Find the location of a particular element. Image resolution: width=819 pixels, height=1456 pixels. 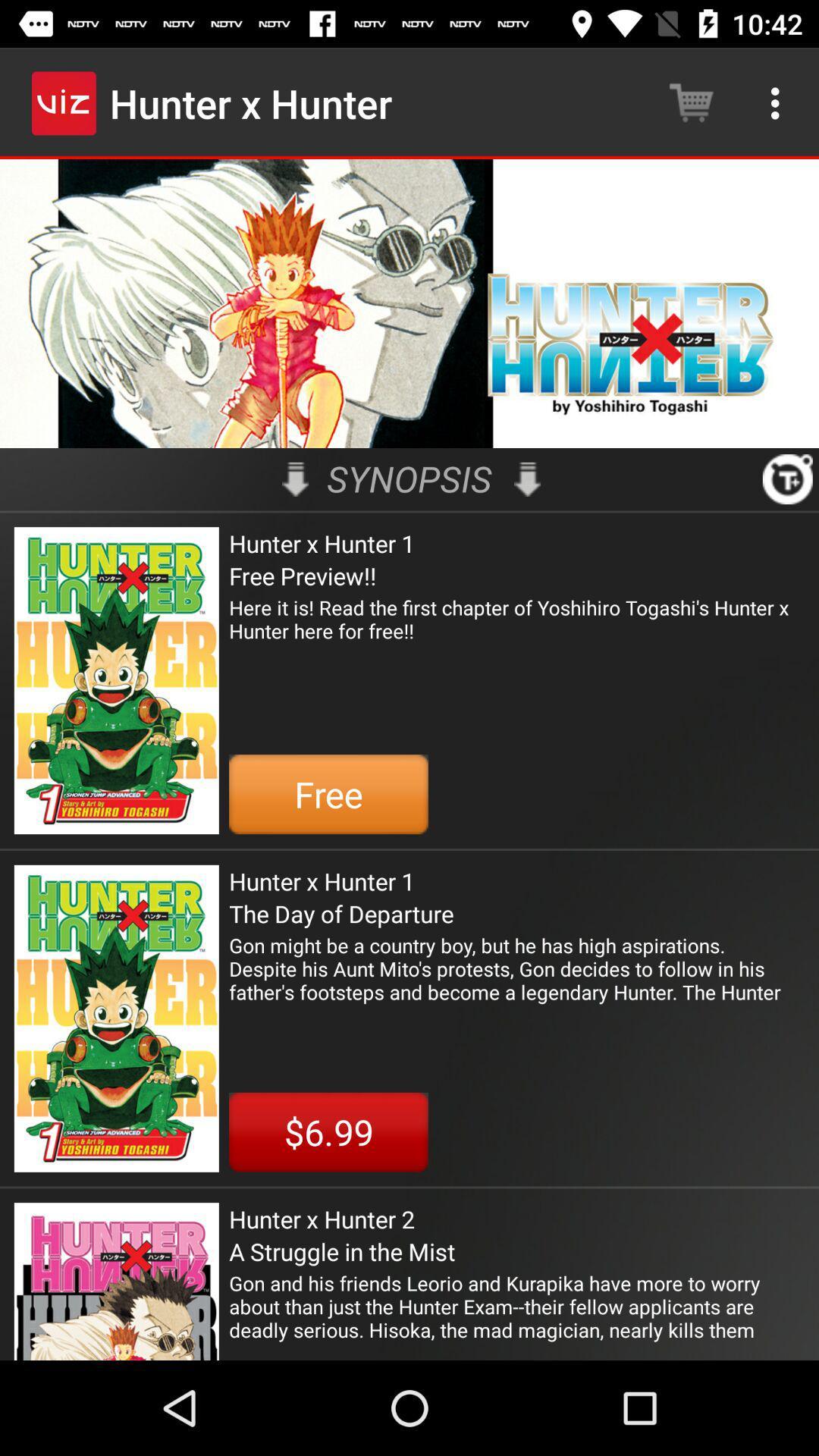

gon might be item is located at coordinates (516, 968).